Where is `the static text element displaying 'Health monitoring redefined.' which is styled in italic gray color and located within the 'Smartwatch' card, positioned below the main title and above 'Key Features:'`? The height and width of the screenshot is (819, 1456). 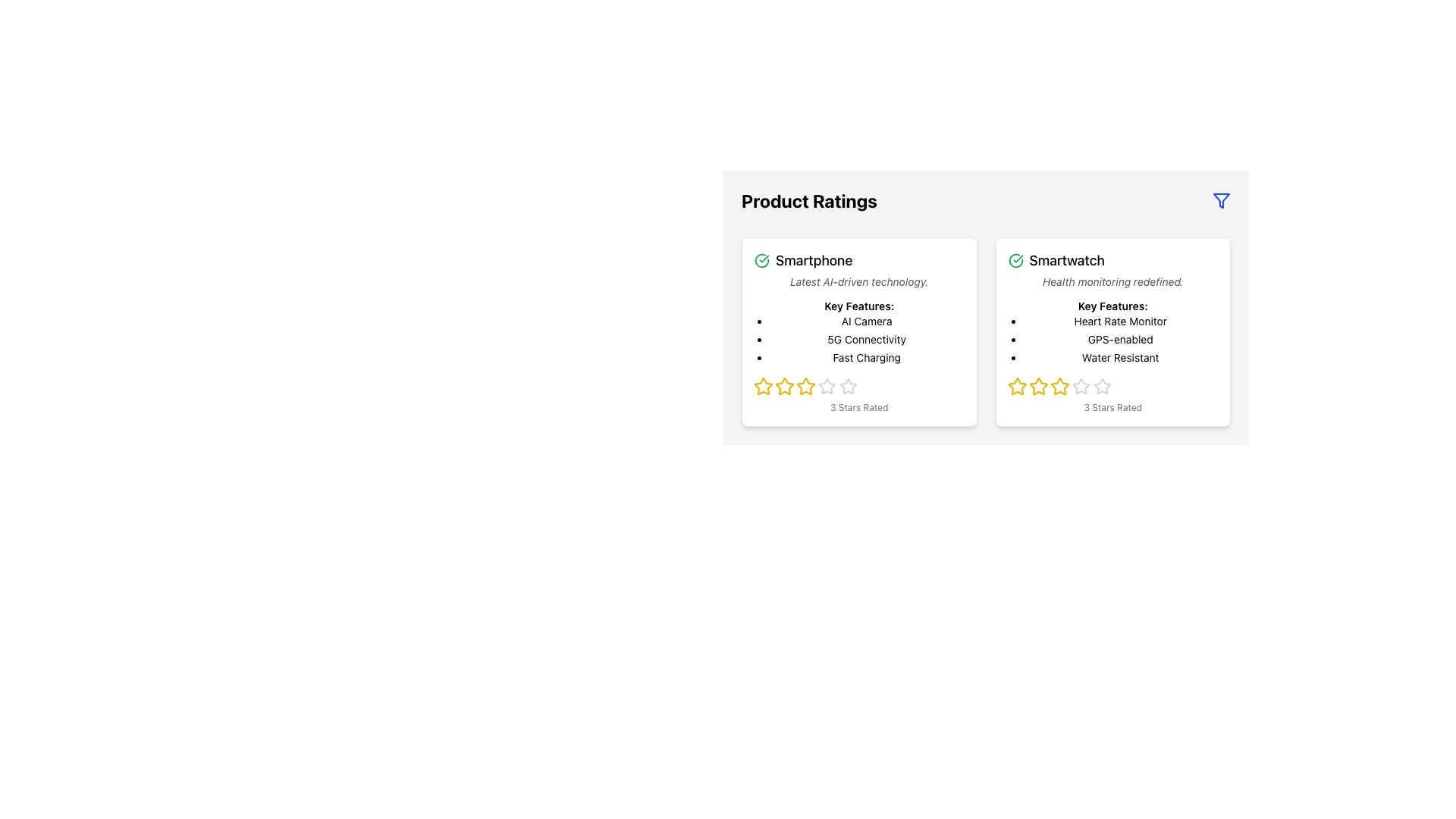
the static text element displaying 'Health monitoring redefined.' which is styled in italic gray color and located within the 'Smartwatch' card, positioned below the main title and above 'Key Features:' is located at coordinates (1112, 281).